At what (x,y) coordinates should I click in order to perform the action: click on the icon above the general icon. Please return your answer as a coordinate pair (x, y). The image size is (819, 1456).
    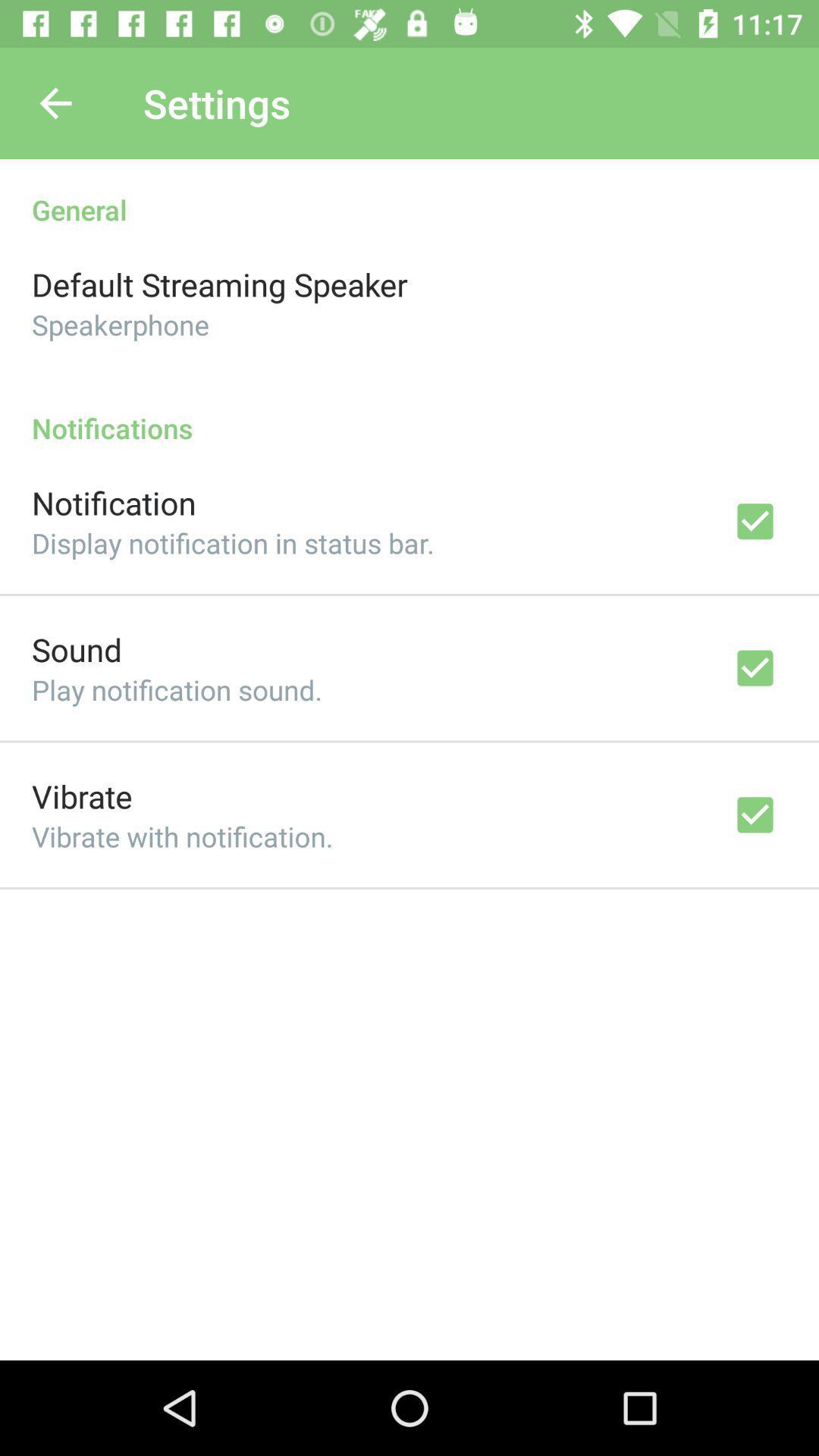
    Looking at the image, I should click on (55, 102).